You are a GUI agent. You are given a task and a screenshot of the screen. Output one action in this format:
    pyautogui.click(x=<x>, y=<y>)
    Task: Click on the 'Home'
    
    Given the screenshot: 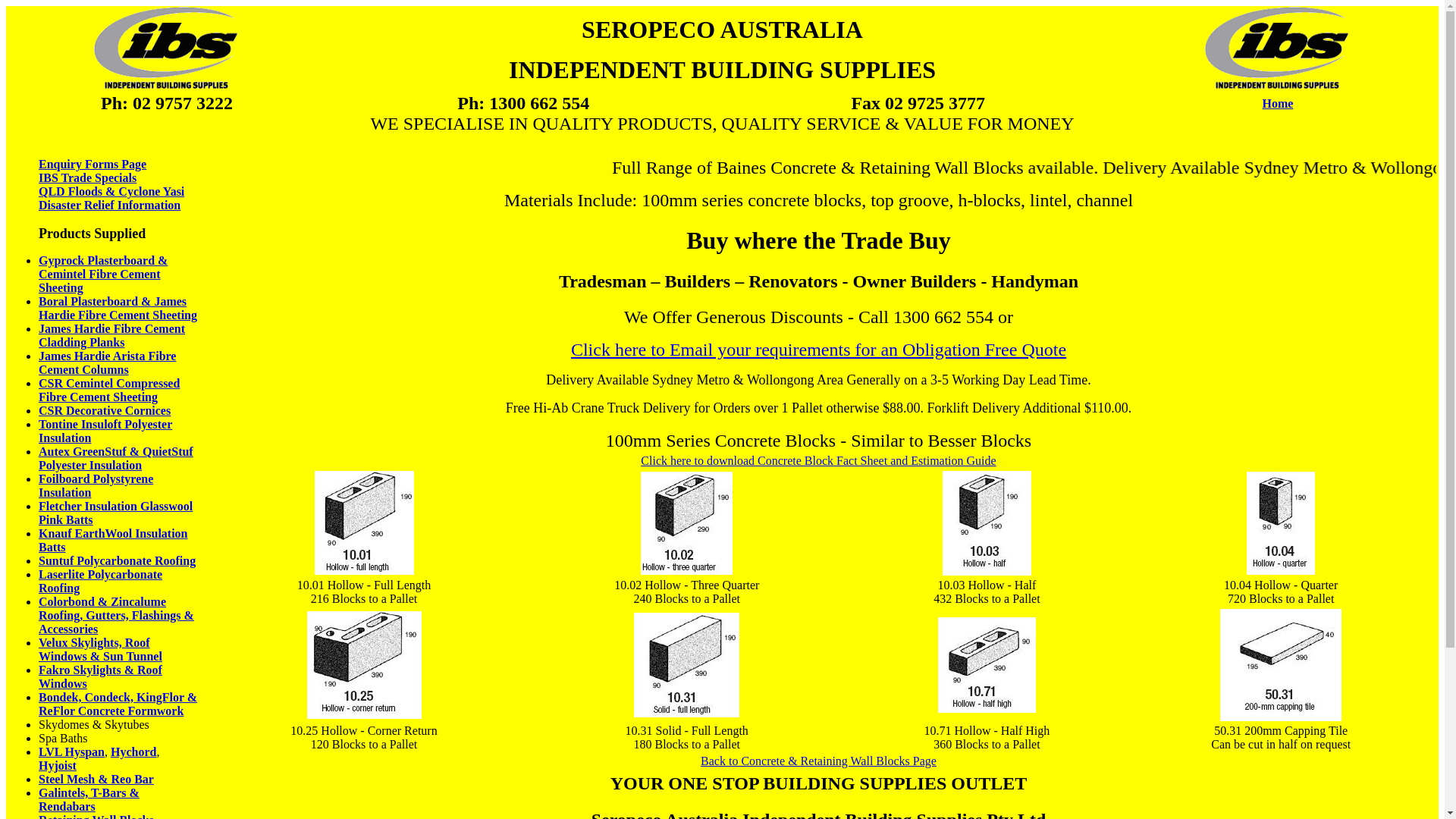 What is the action you would take?
    pyautogui.click(x=1277, y=102)
    